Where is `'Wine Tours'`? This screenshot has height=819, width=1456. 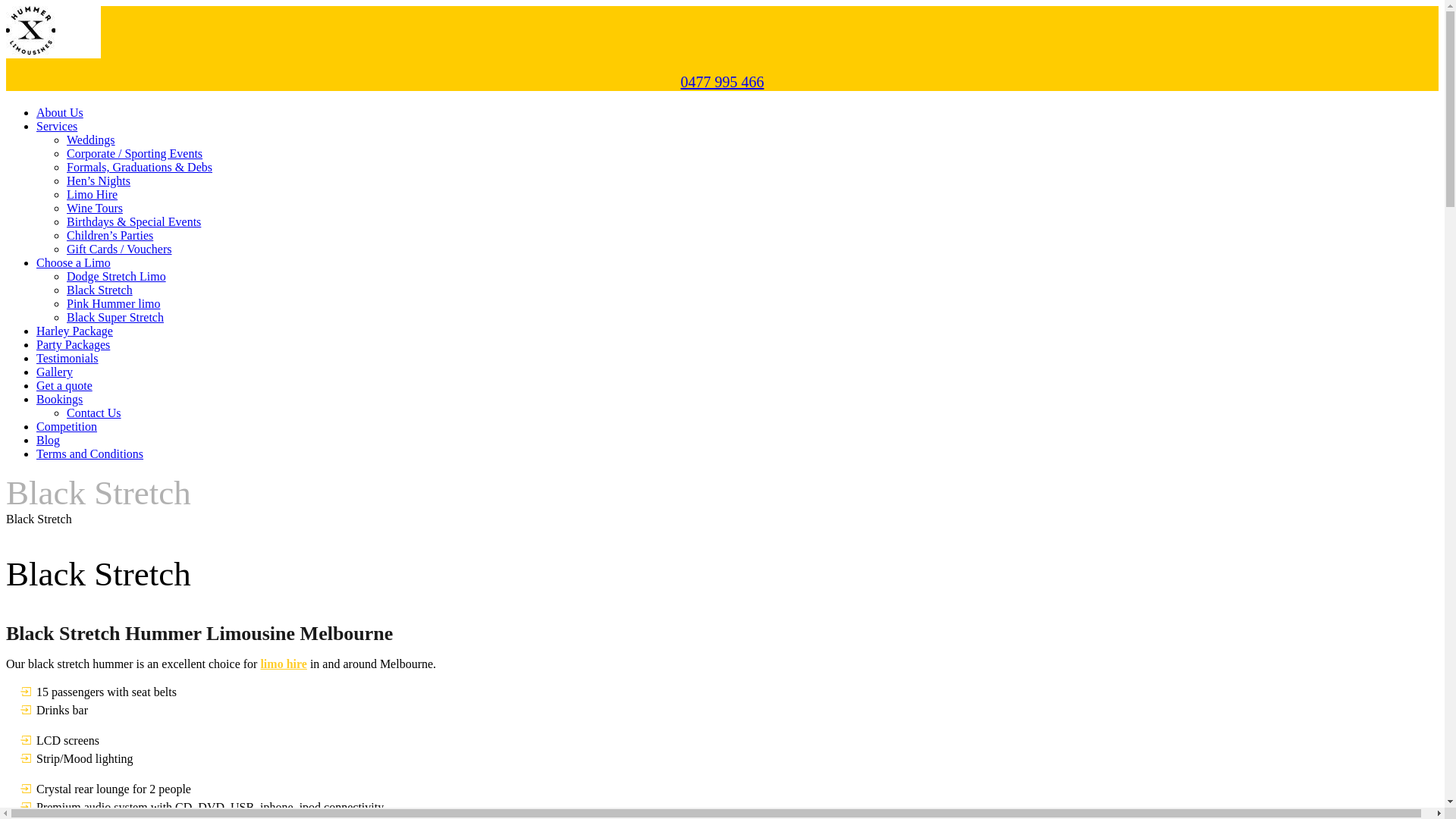 'Wine Tours' is located at coordinates (93, 208).